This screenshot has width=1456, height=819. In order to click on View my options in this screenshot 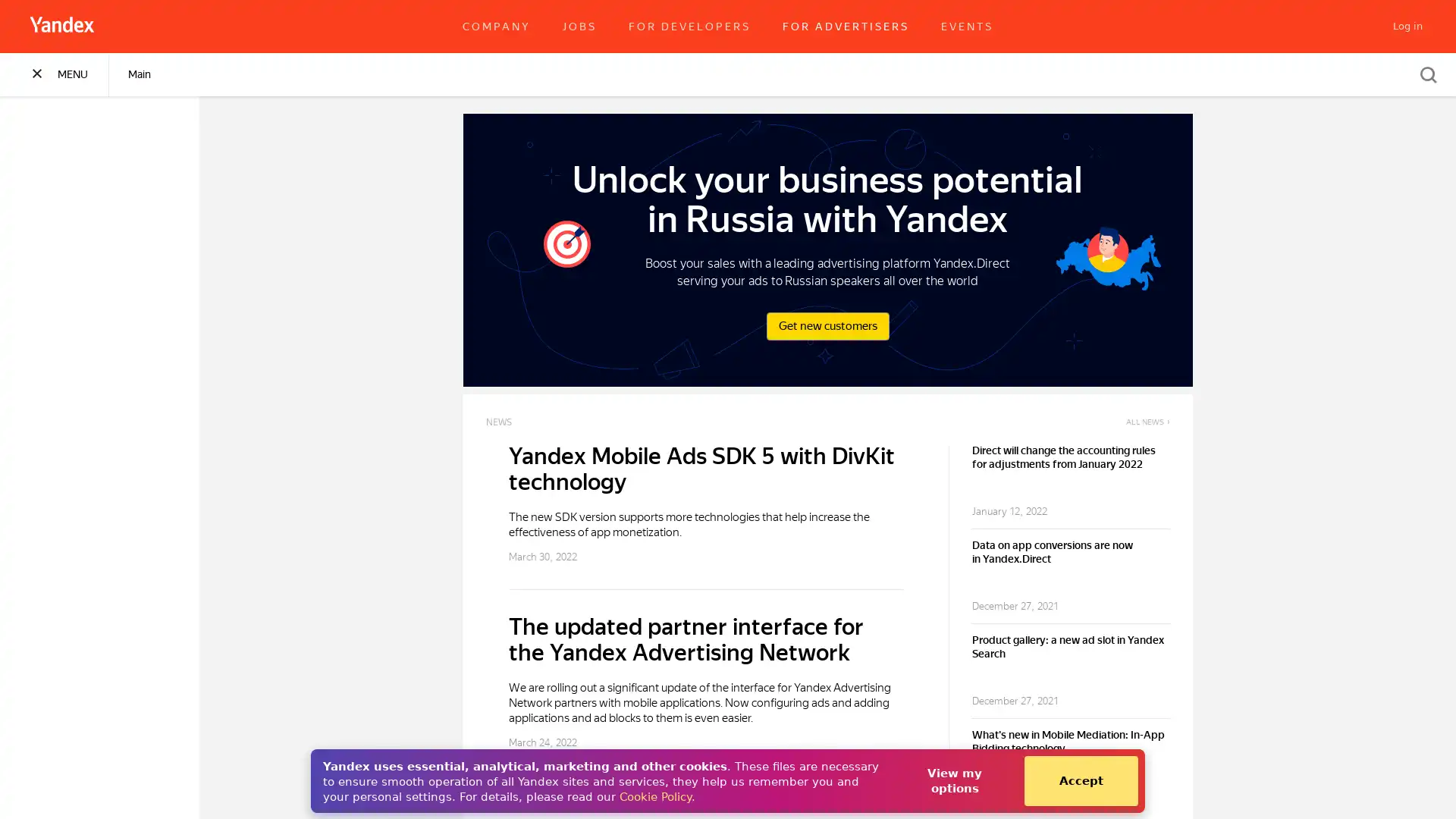, I will do `click(953, 780)`.